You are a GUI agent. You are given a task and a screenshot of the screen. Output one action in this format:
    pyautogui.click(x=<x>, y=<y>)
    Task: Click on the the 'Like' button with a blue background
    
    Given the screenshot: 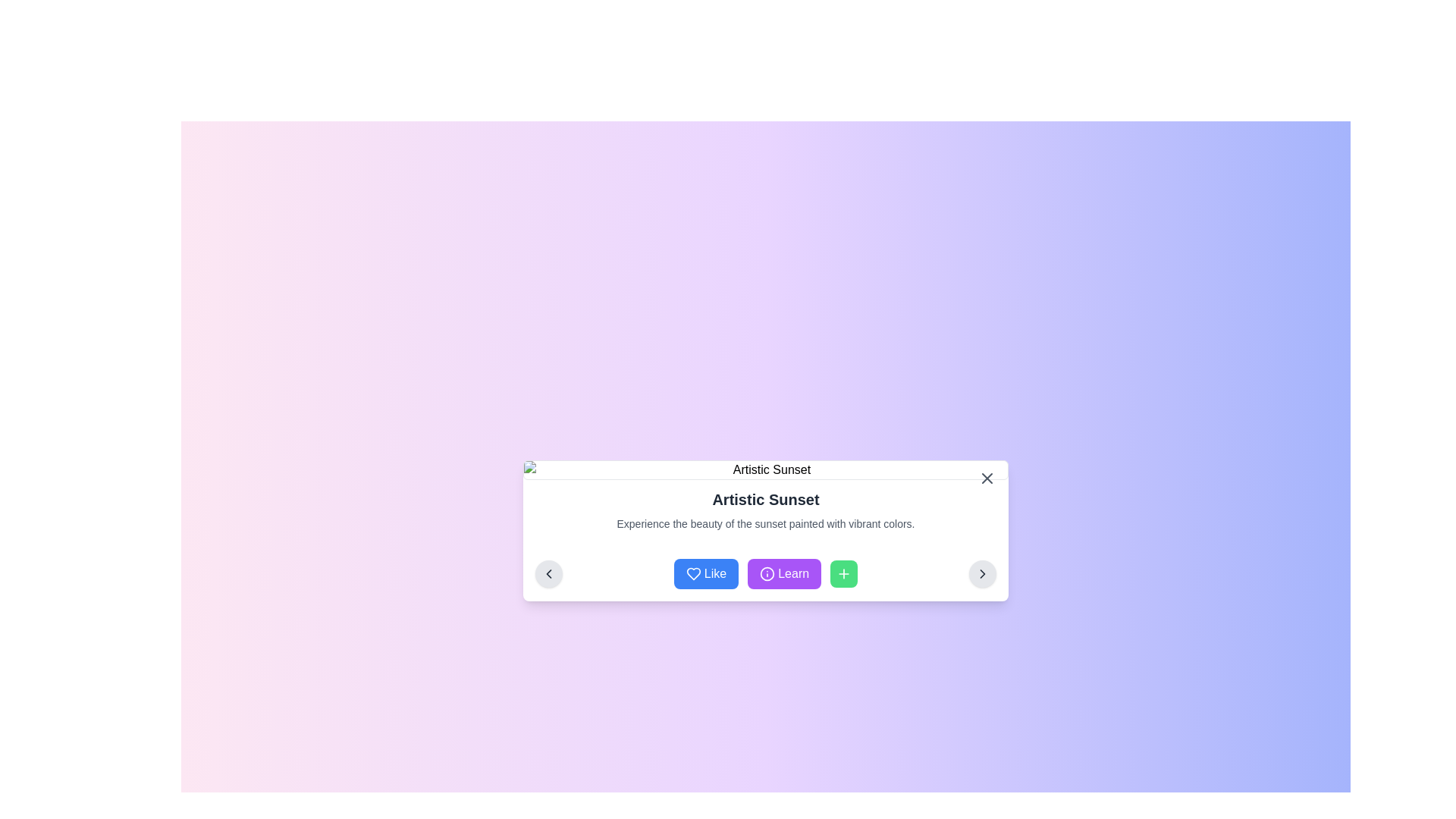 What is the action you would take?
    pyautogui.click(x=705, y=573)
    